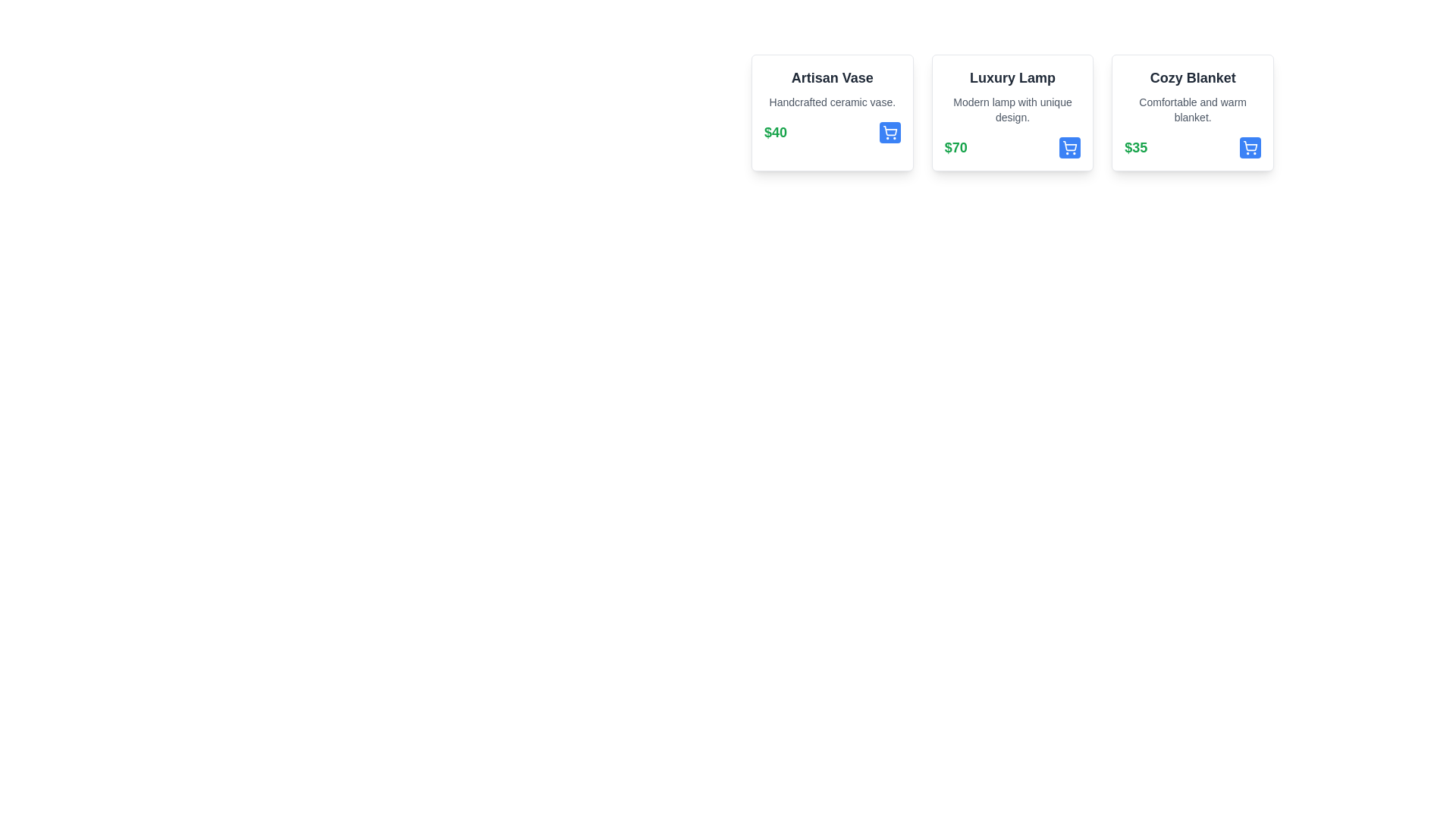  I want to click on the 'Add to Cart' button located in the lower right corner of the card labeled 'Artisan Vase' priced at '$40', so click(890, 131).